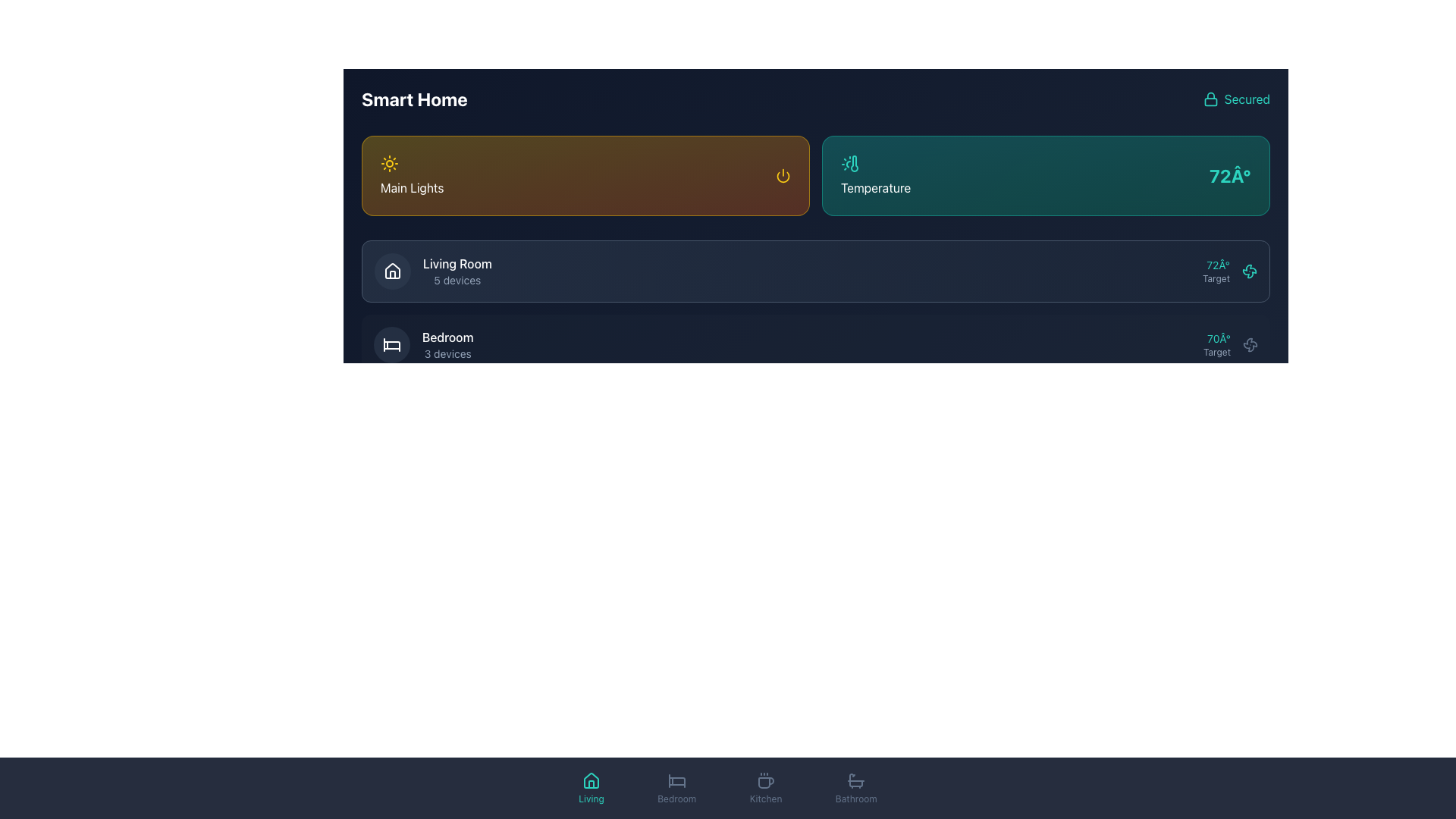  I want to click on the 'Bedroom' card item, so click(814, 345).